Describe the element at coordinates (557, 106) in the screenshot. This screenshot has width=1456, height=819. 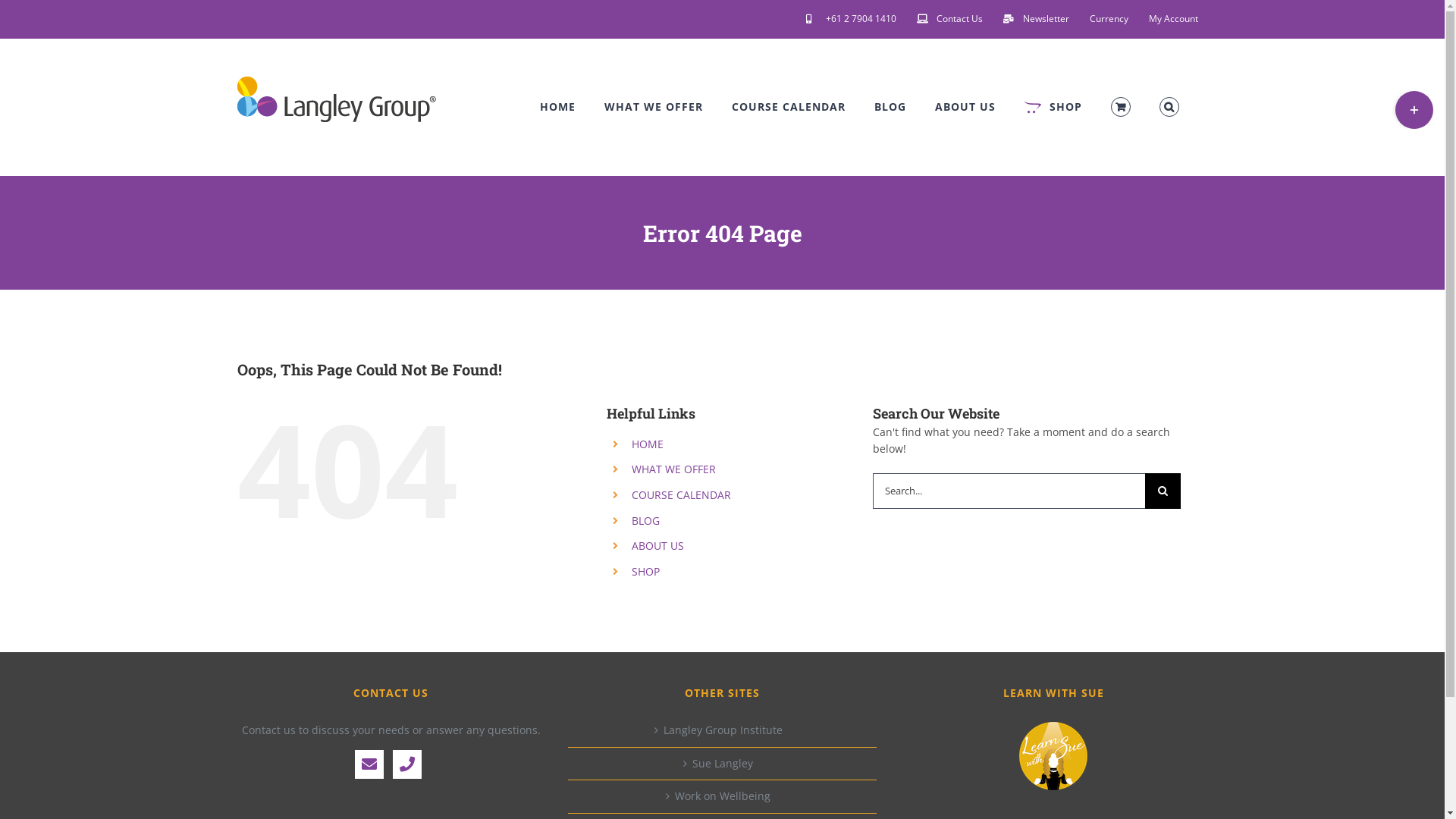
I see `'HOME'` at that location.